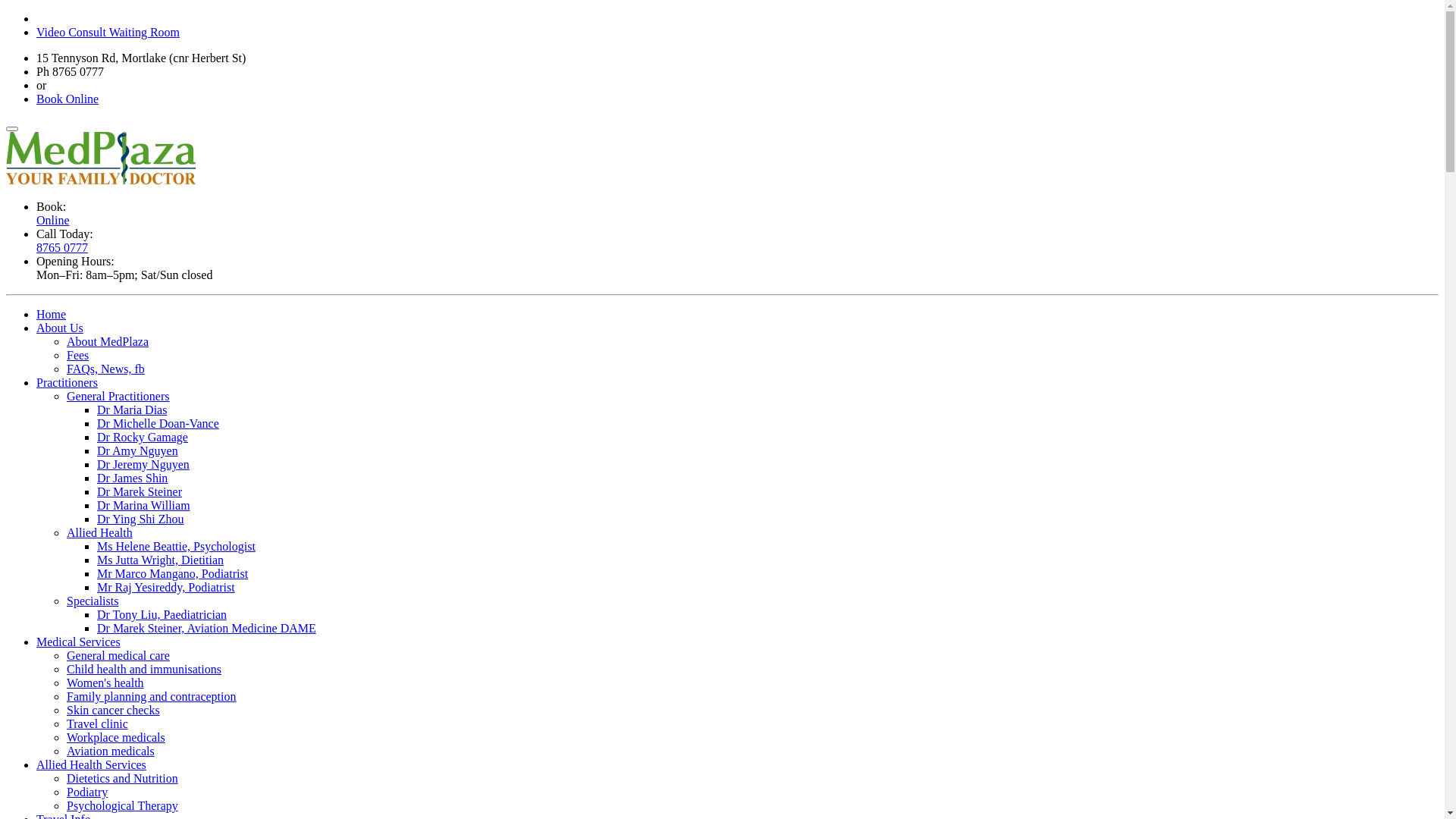 Image resolution: width=1456 pixels, height=819 pixels. Describe the element at coordinates (65, 654) in the screenshot. I see `'General medical care'` at that location.